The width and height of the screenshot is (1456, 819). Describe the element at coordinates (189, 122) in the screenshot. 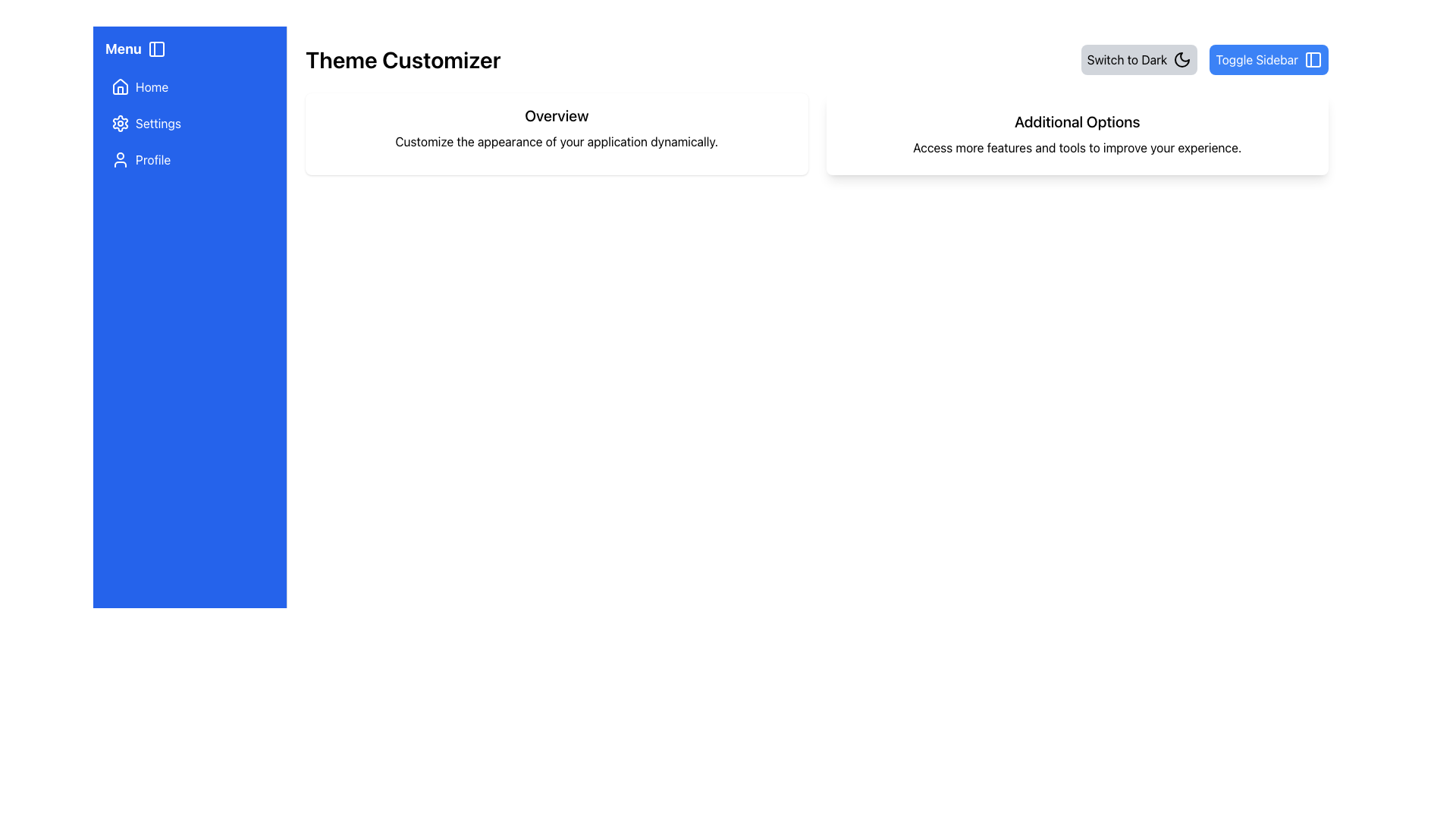

I see `the second hyperlink in the vertical navigation menu` at that location.